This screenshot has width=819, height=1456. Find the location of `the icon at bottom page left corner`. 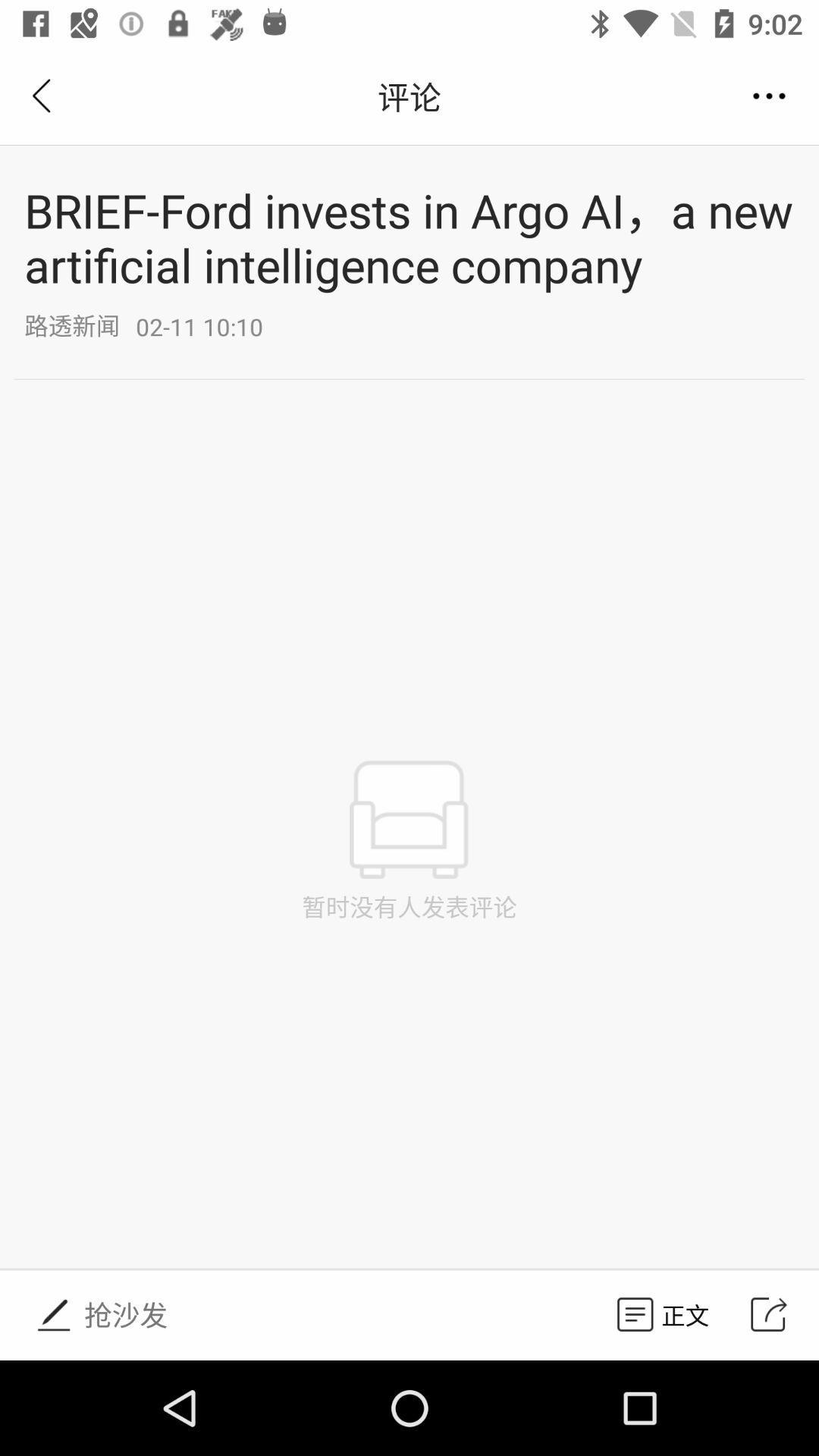

the icon at bottom page left corner is located at coordinates (53, 1314).